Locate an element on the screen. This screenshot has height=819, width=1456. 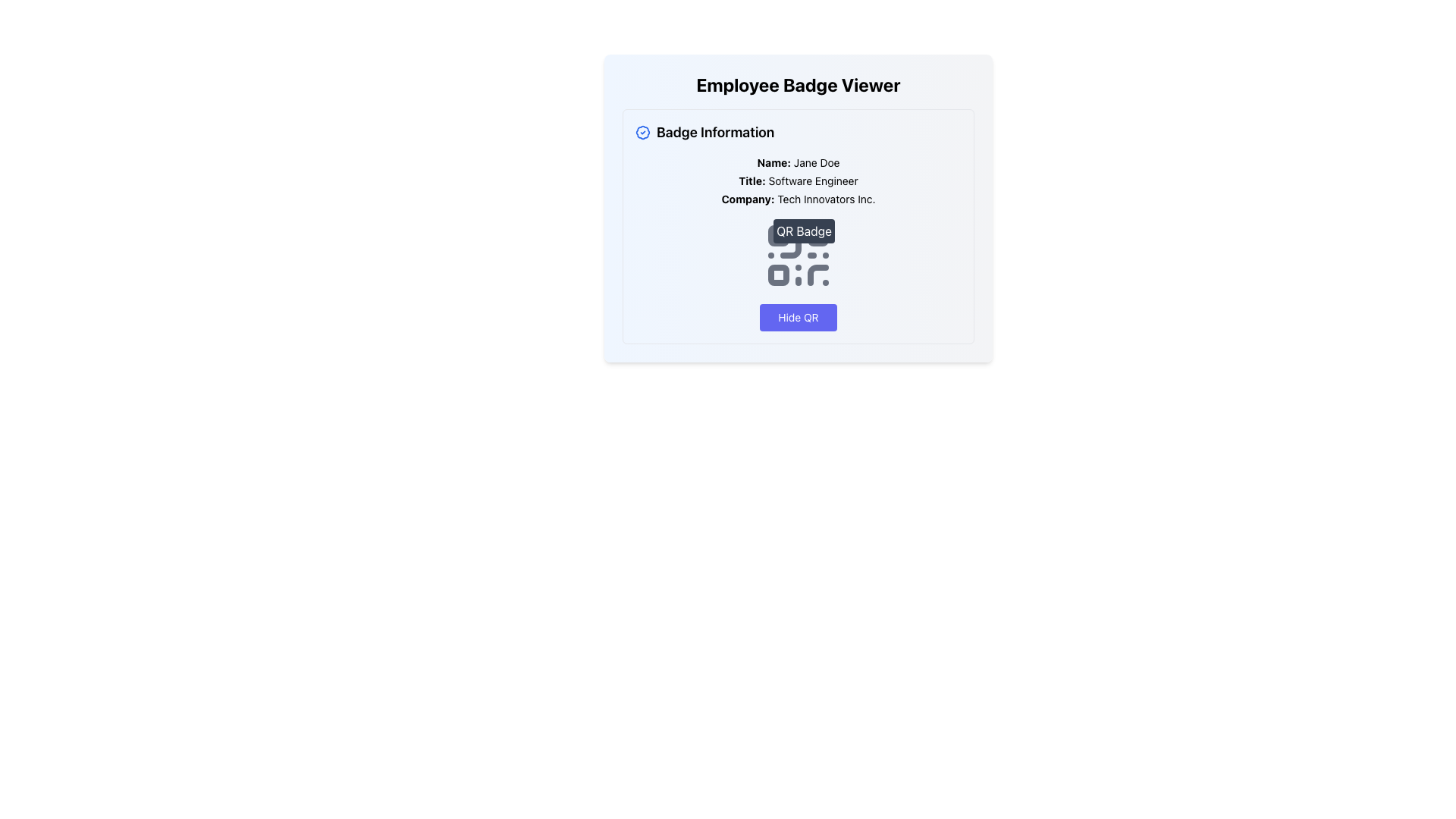
the bolded text label that reads 'Title:' located centrally in the upper section of the badge information panel, positioned beneath 'Name: Jane Doe' and above 'Software Engineer' is located at coordinates (752, 180).